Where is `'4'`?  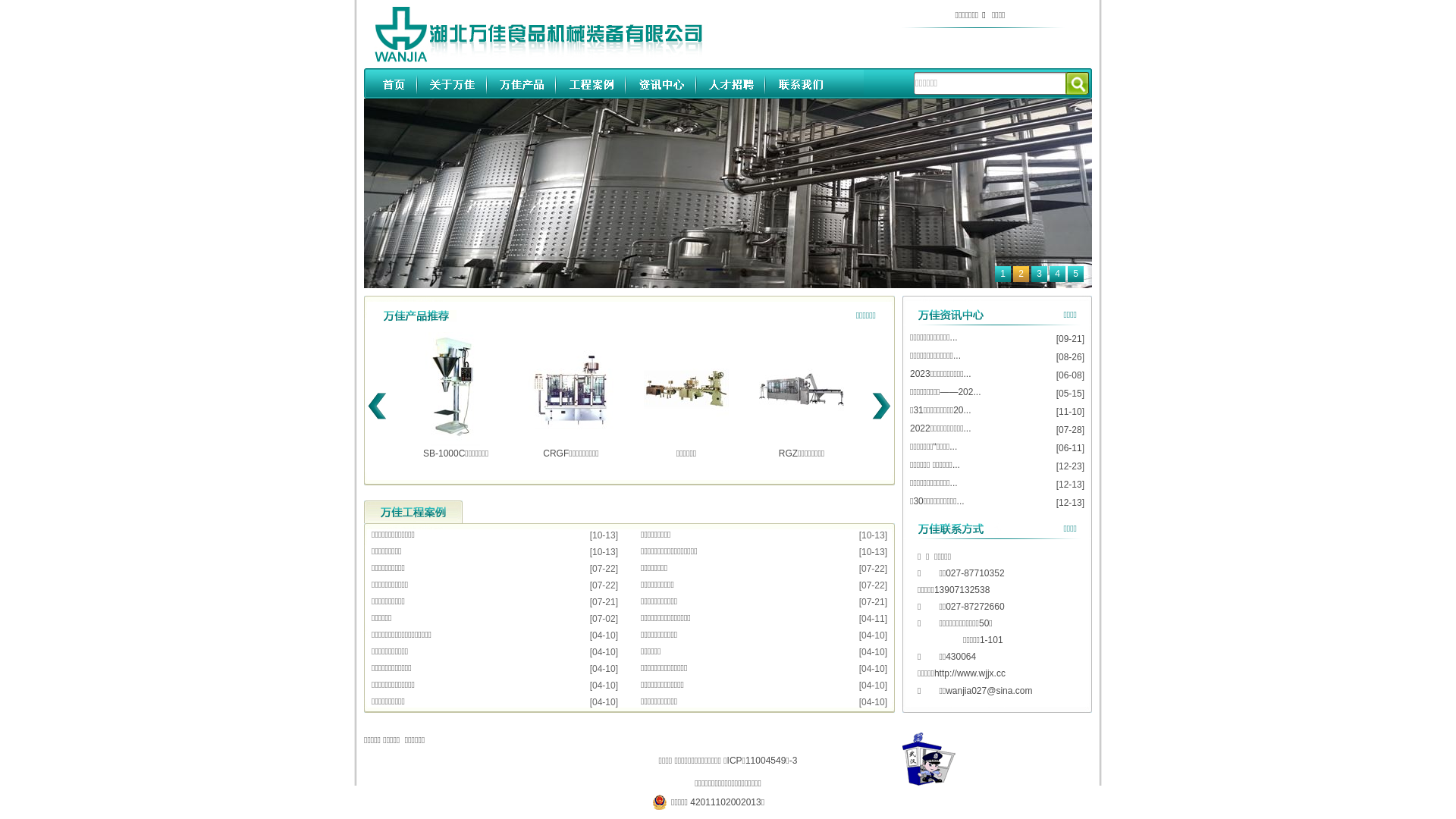 '4' is located at coordinates (1048, 274).